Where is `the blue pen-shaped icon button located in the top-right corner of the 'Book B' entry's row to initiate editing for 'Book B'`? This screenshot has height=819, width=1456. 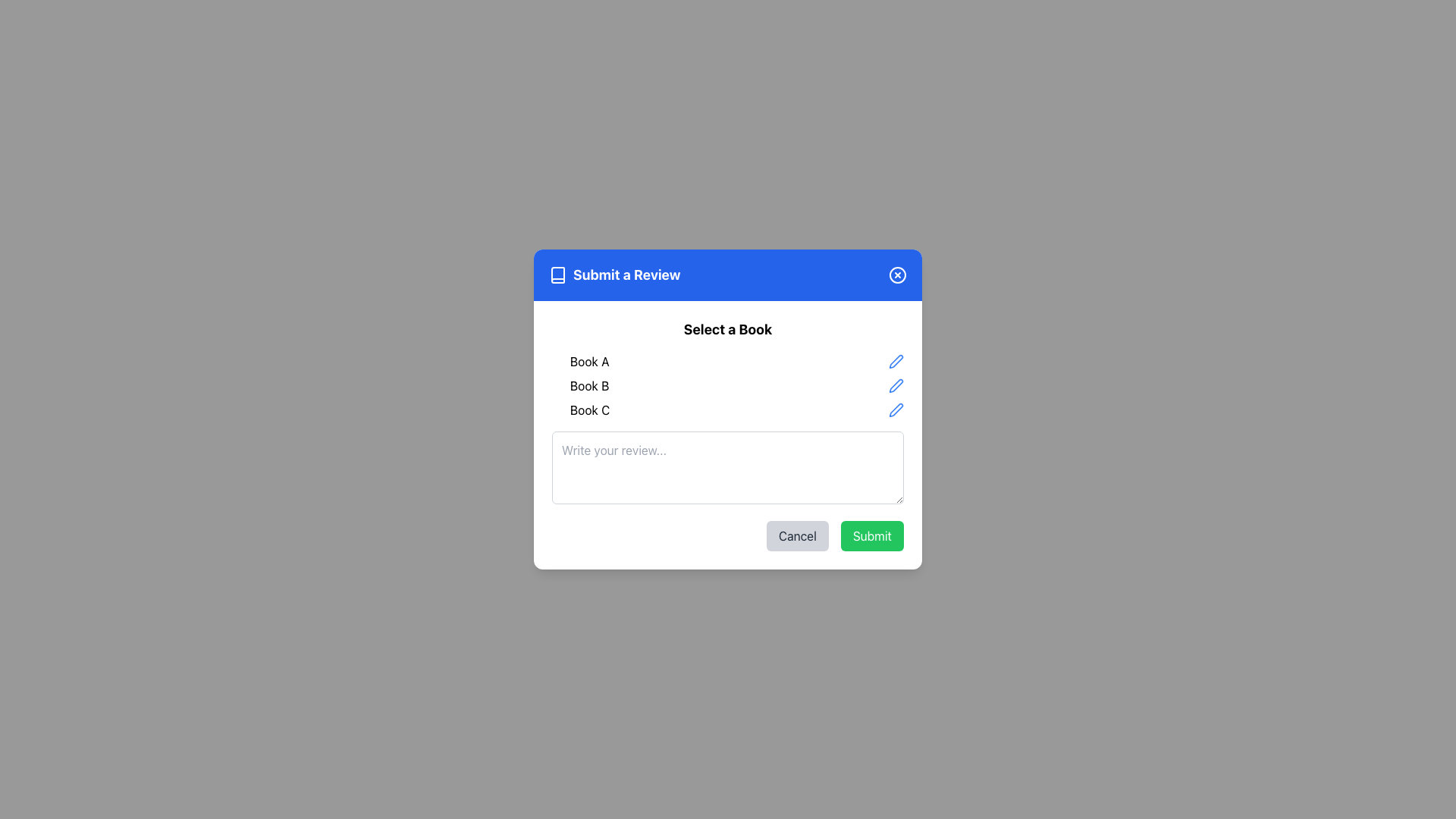 the blue pen-shaped icon button located in the top-right corner of the 'Book B' entry's row to initiate editing for 'Book B' is located at coordinates (896, 385).